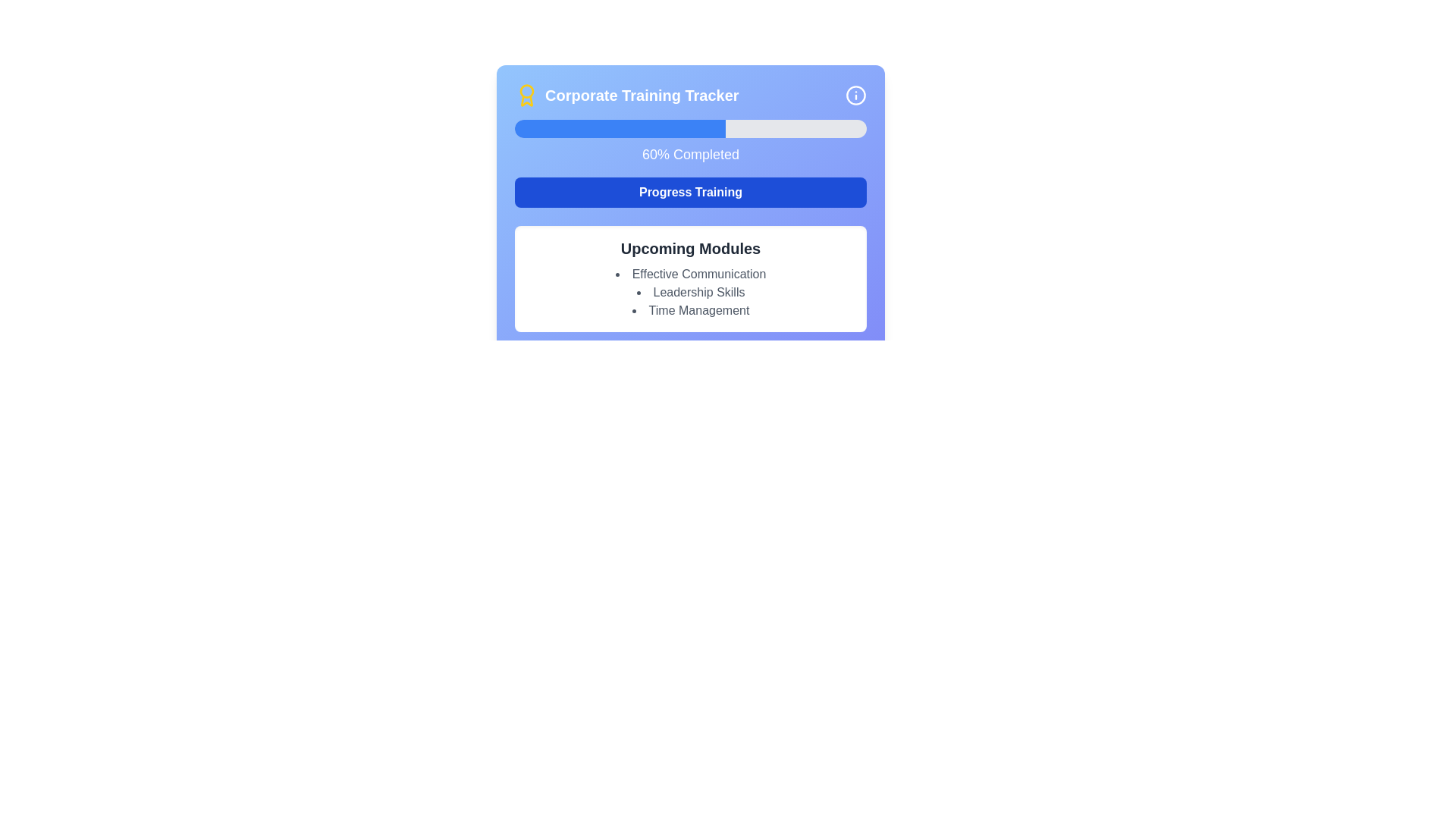 This screenshot has width=1456, height=819. I want to click on the blue progress indicator bar, which is part of the 'Corporate Training Tracker', indicating 60% completion, so click(620, 127).